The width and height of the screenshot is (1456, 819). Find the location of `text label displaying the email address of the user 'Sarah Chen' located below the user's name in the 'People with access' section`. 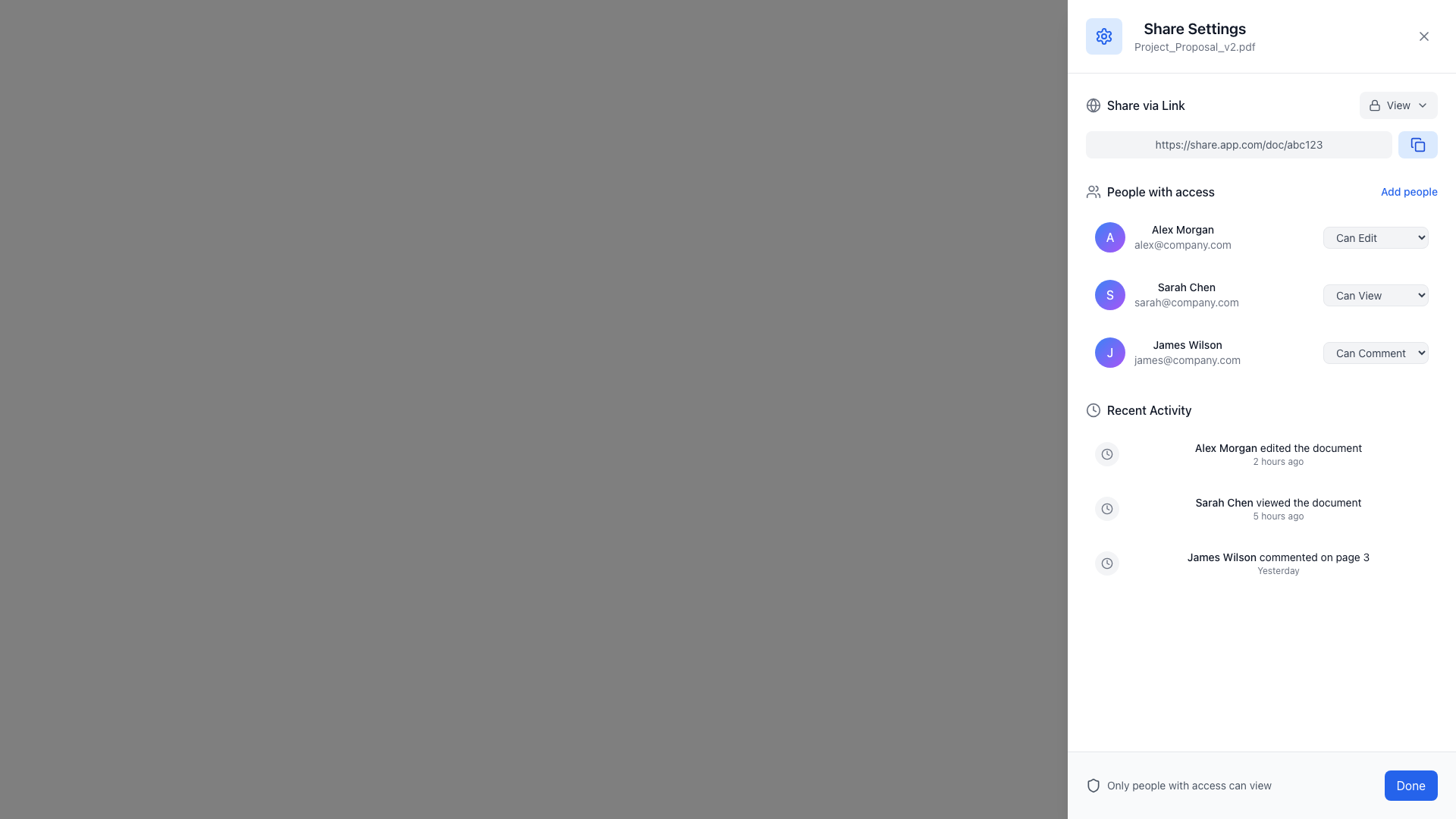

text label displaying the email address of the user 'Sarah Chen' located below the user's name in the 'People with access' section is located at coordinates (1185, 302).